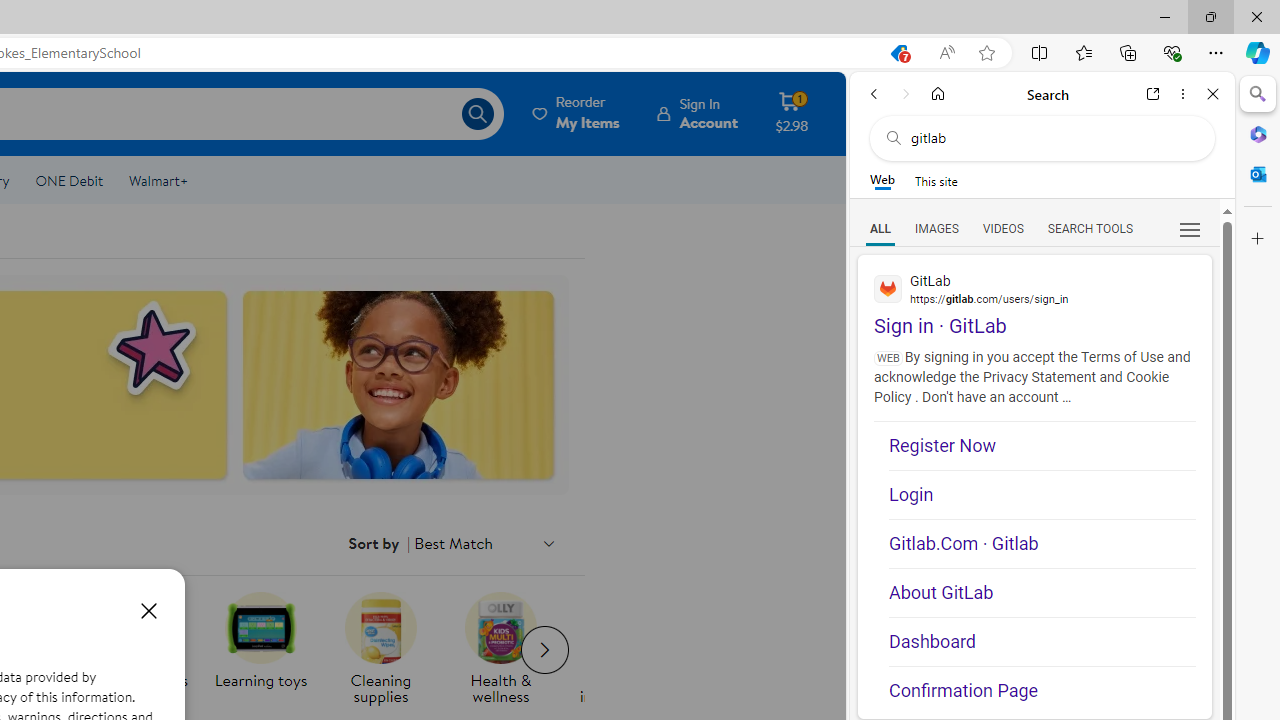  Describe the element at coordinates (887, 288) in the screenshot. I see `'Global web icon'` at that location.